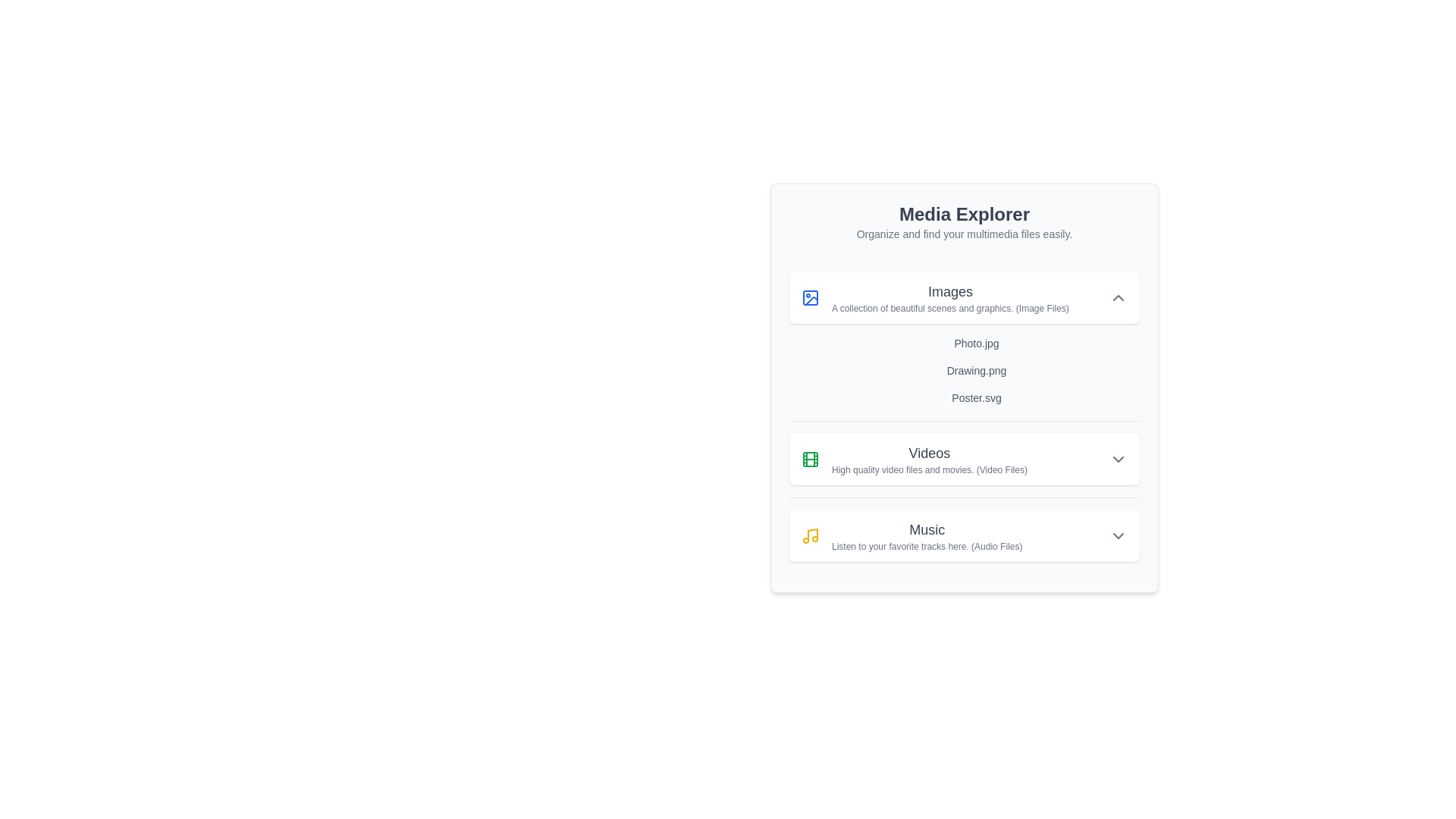  Describe the element at coordinates (1118, 458) in the screenshot. I see `the dropdown indicator icon, which is a gray arrow pointing downwards located to the right of the 'Videos' section title` at that location.